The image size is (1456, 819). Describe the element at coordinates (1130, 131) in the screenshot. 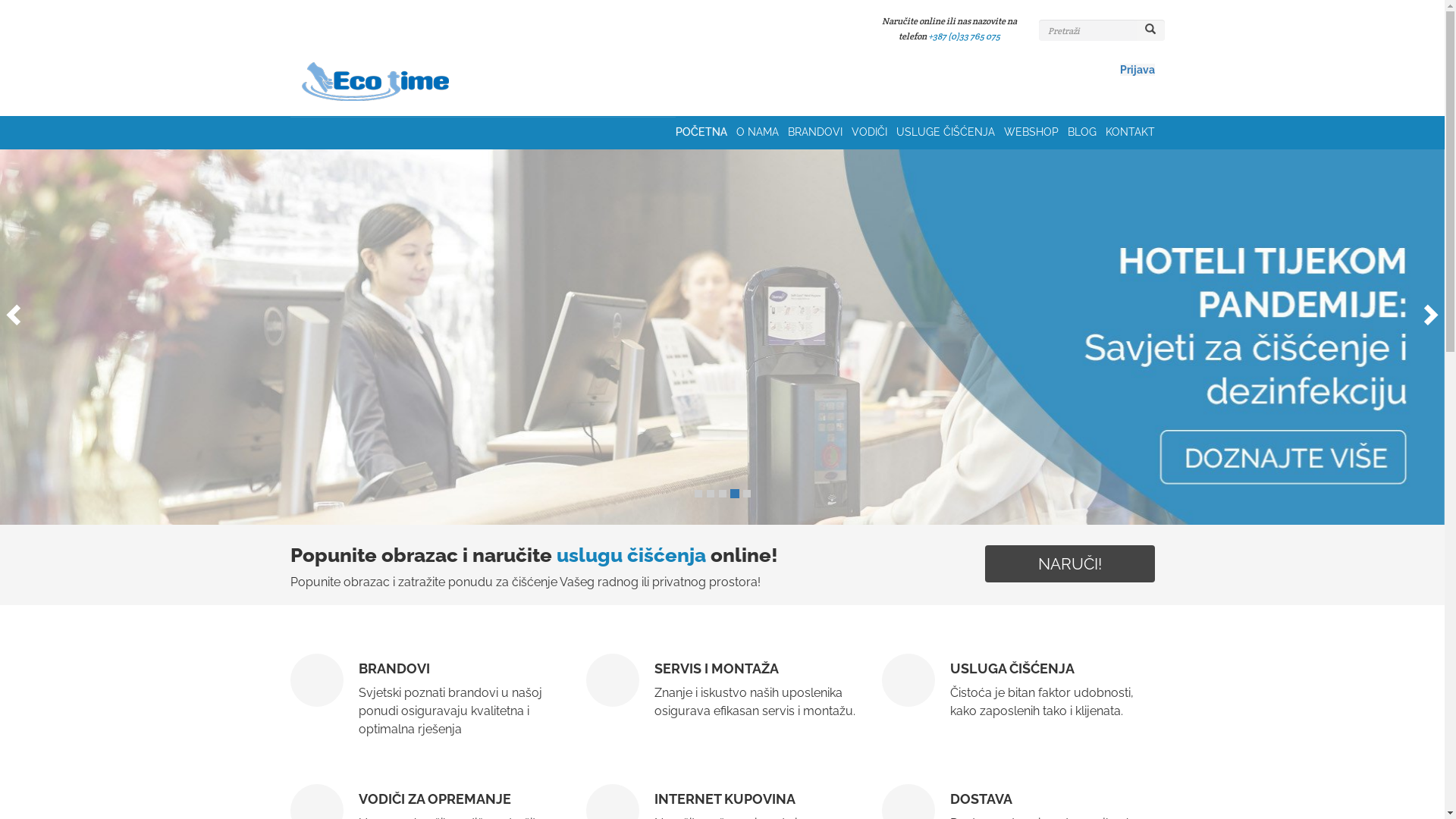

I see `'KONTAKT'` at that location.